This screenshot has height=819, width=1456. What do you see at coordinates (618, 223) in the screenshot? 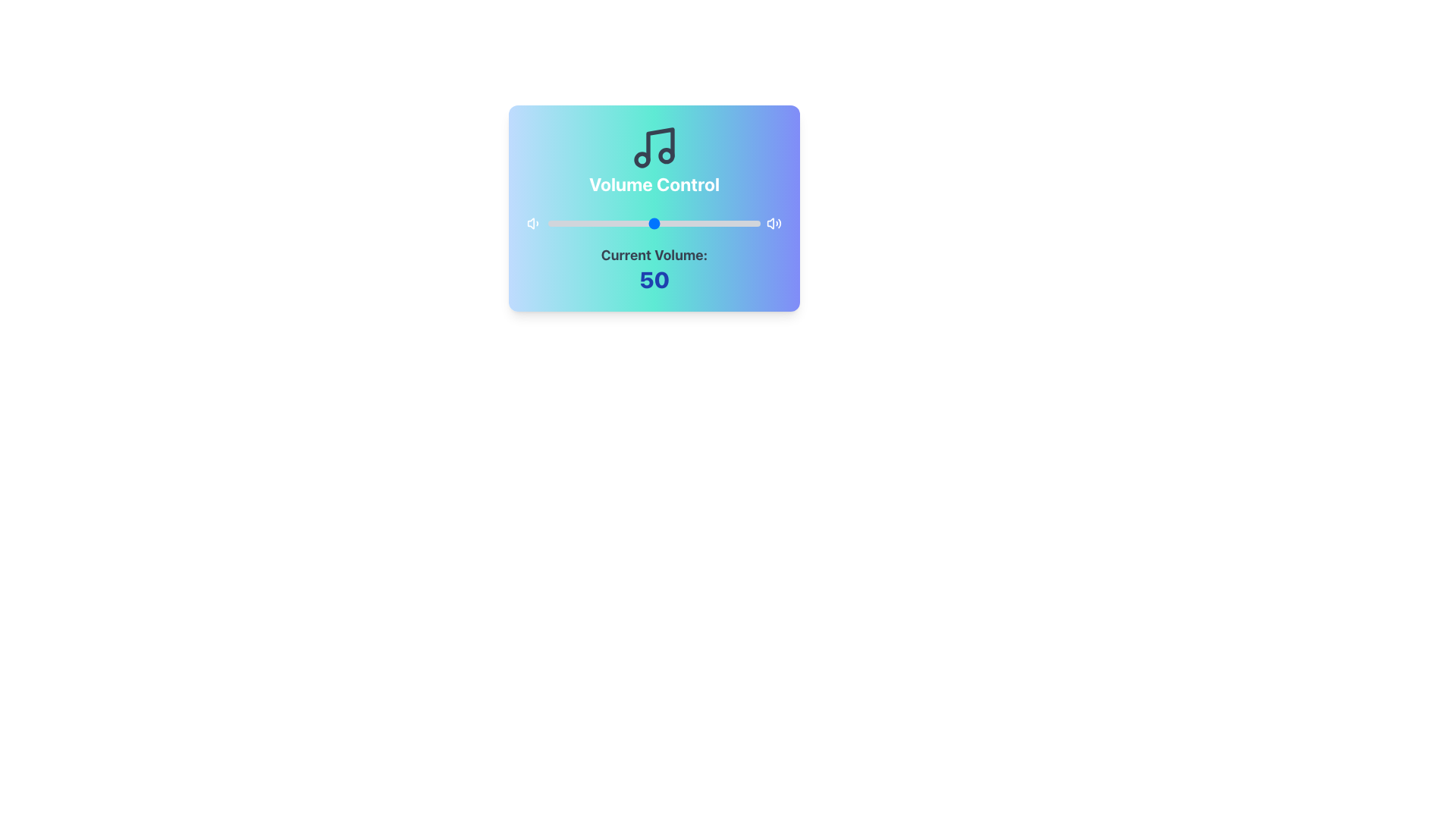
I see `the slider` at bounding box center [618, 223].